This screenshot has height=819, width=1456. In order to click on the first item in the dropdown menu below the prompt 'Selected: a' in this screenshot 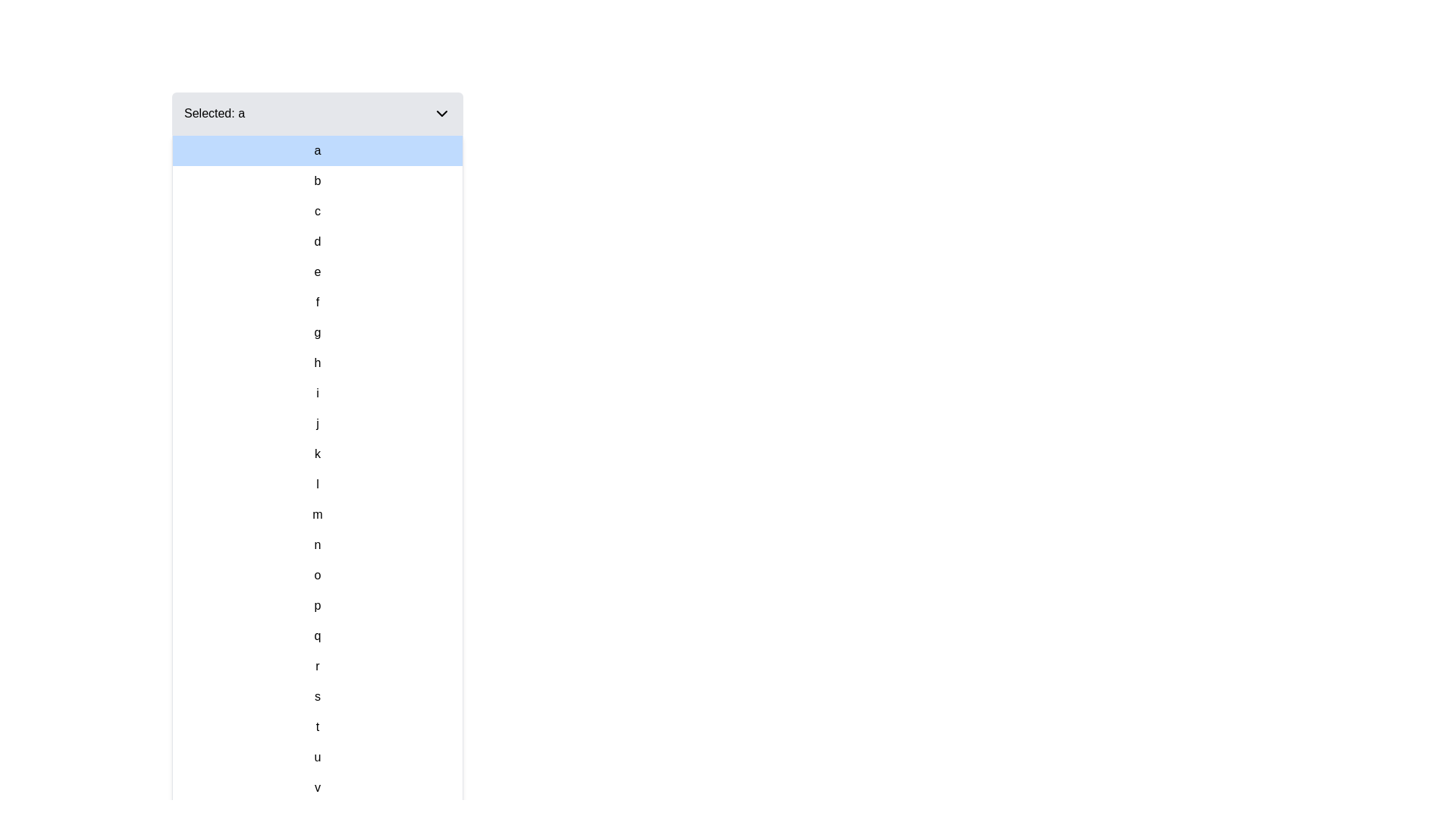, I will do `click(316, 151)`.